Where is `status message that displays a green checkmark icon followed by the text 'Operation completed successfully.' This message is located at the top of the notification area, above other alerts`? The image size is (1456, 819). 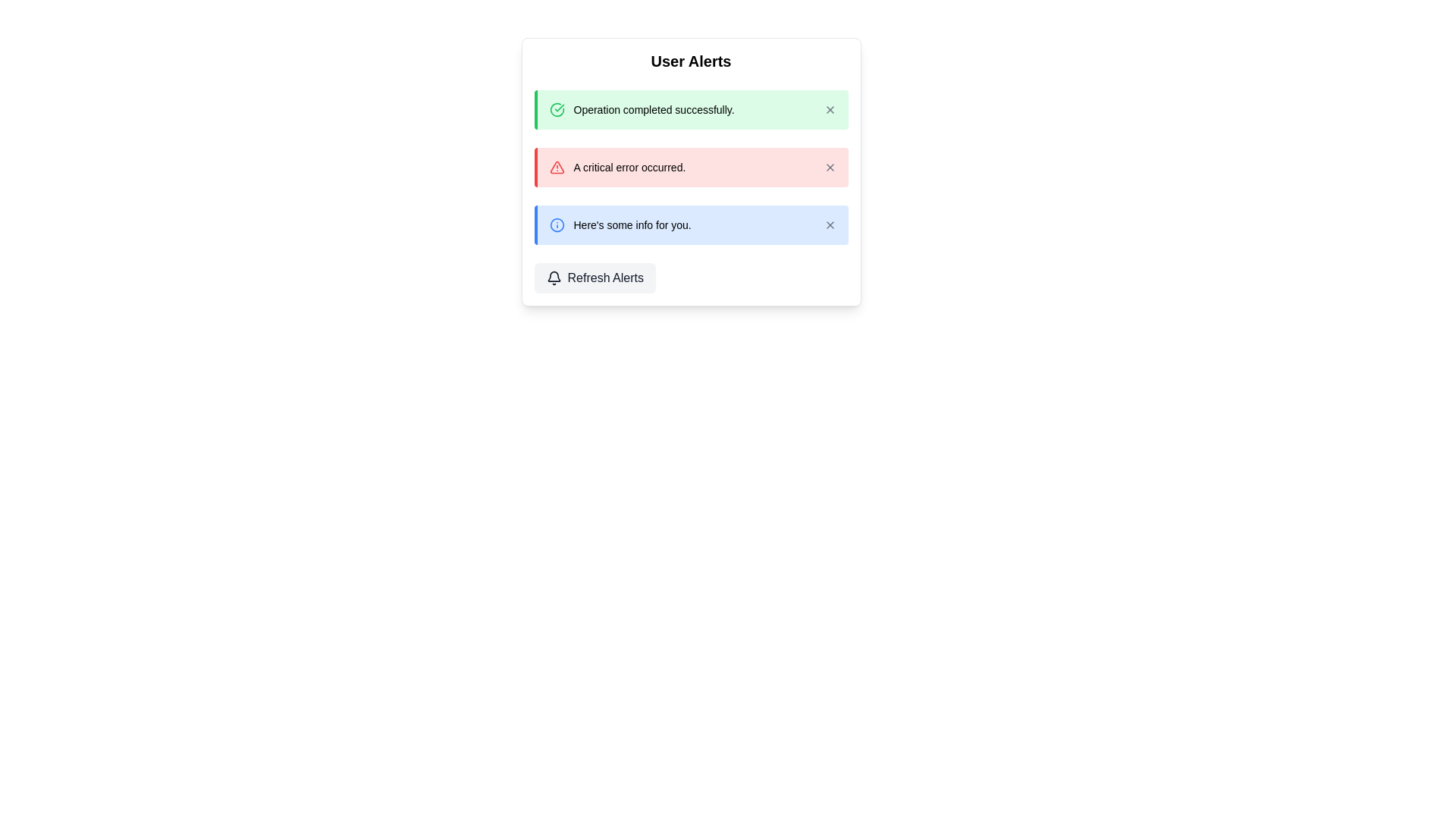
status message that displays a green checkmark icon followed by the text 'Operation completed successfully.' This message is located at the top of the notification area, above other alerts is located at coordinates (642, 109).